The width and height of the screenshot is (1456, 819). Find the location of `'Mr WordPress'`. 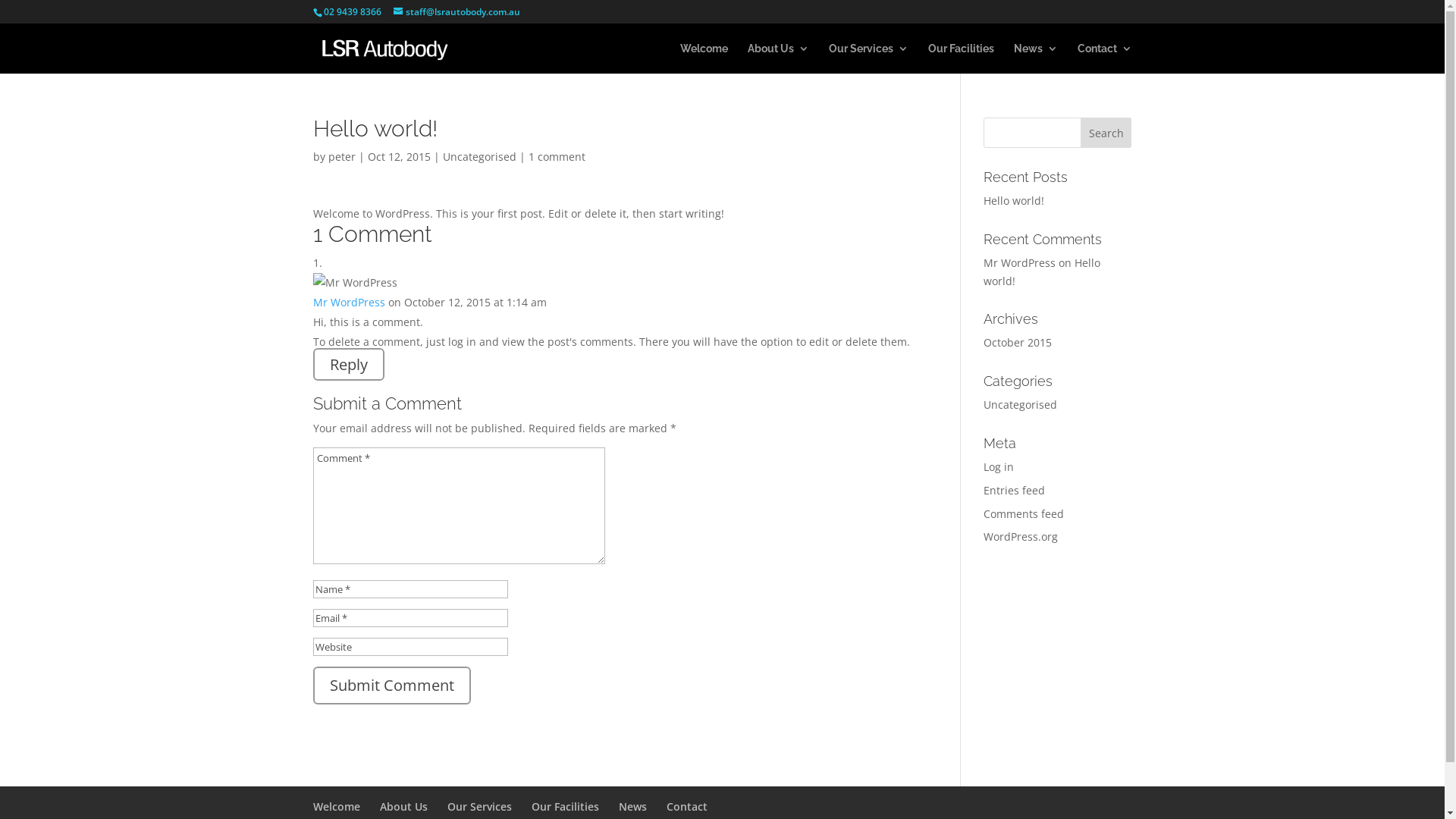

'Mr WordPress' is located at coordinates (347, 302).